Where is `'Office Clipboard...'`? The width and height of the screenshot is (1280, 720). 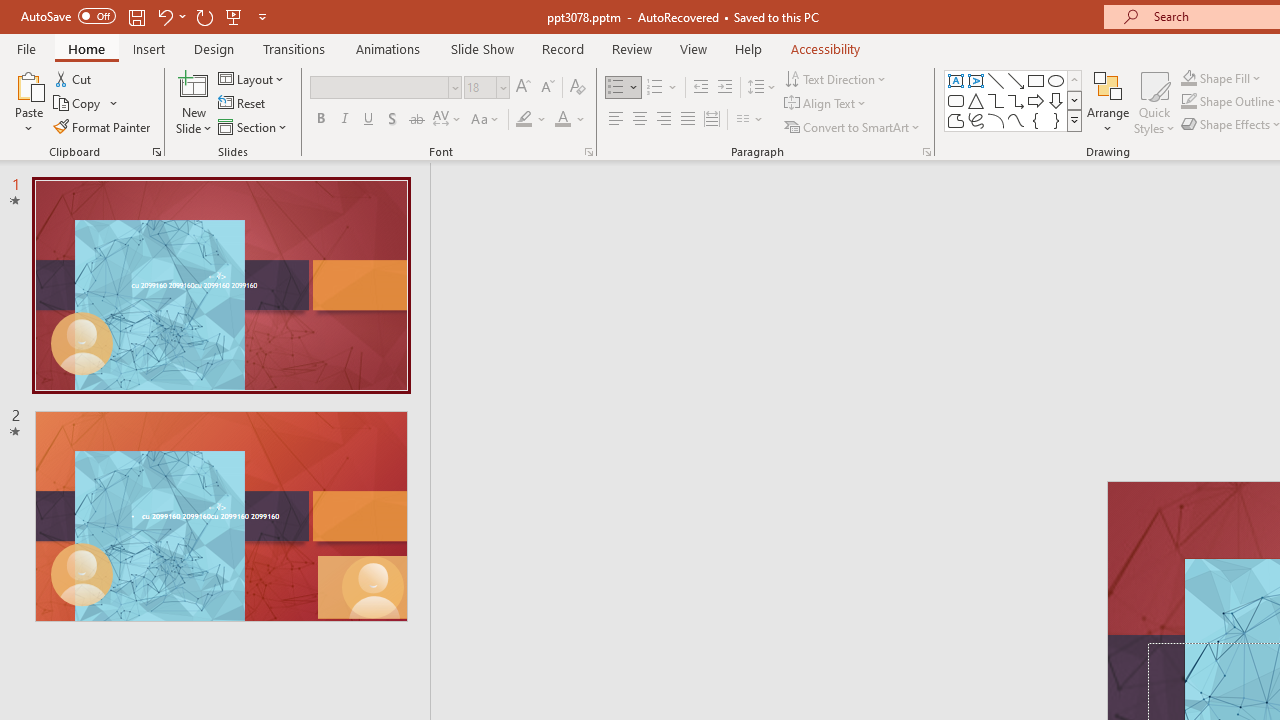 'Office Clipboard...' is located at coordinates (155, 150).